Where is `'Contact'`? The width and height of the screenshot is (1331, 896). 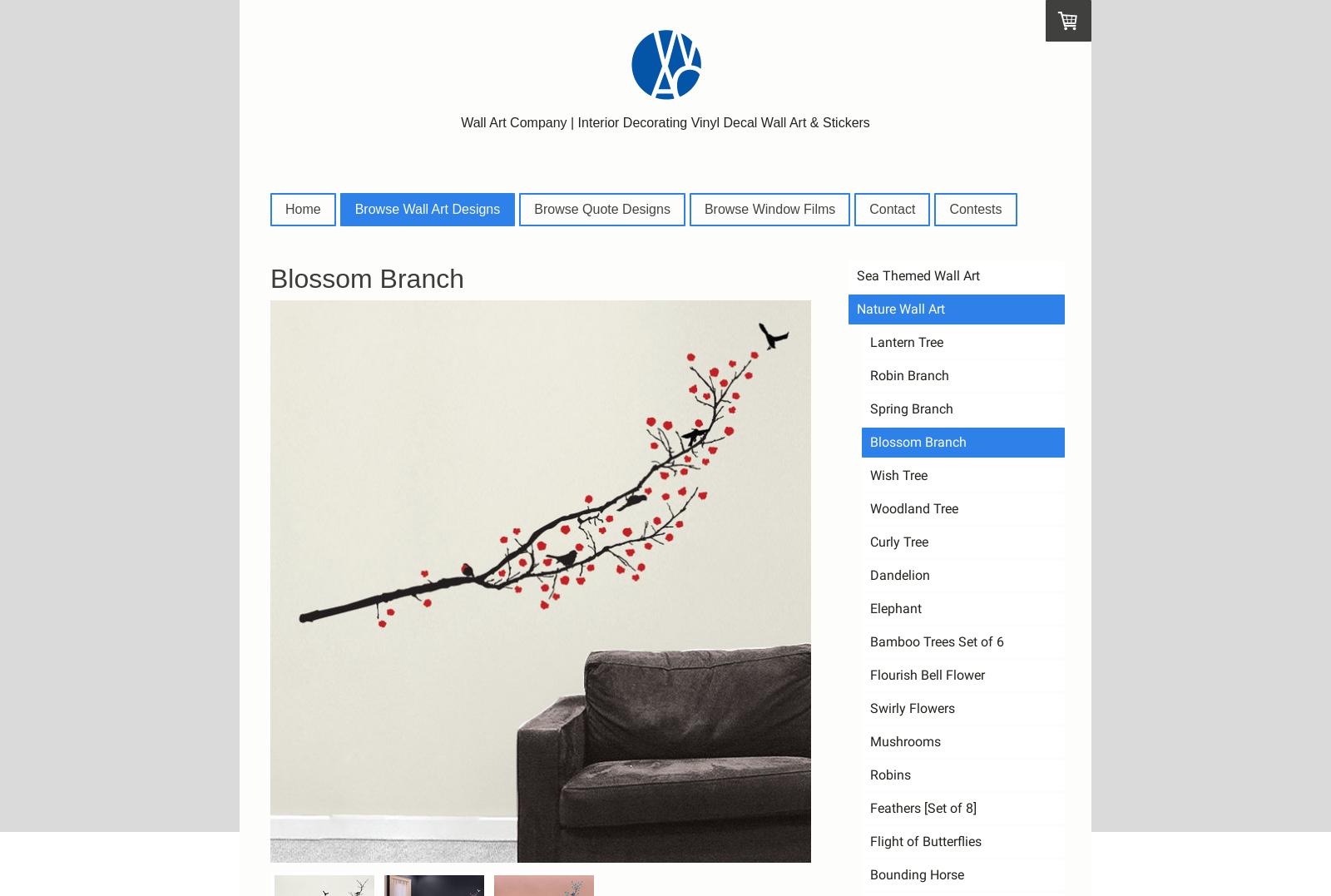 'Contact' is located at coordinates (868, 207).